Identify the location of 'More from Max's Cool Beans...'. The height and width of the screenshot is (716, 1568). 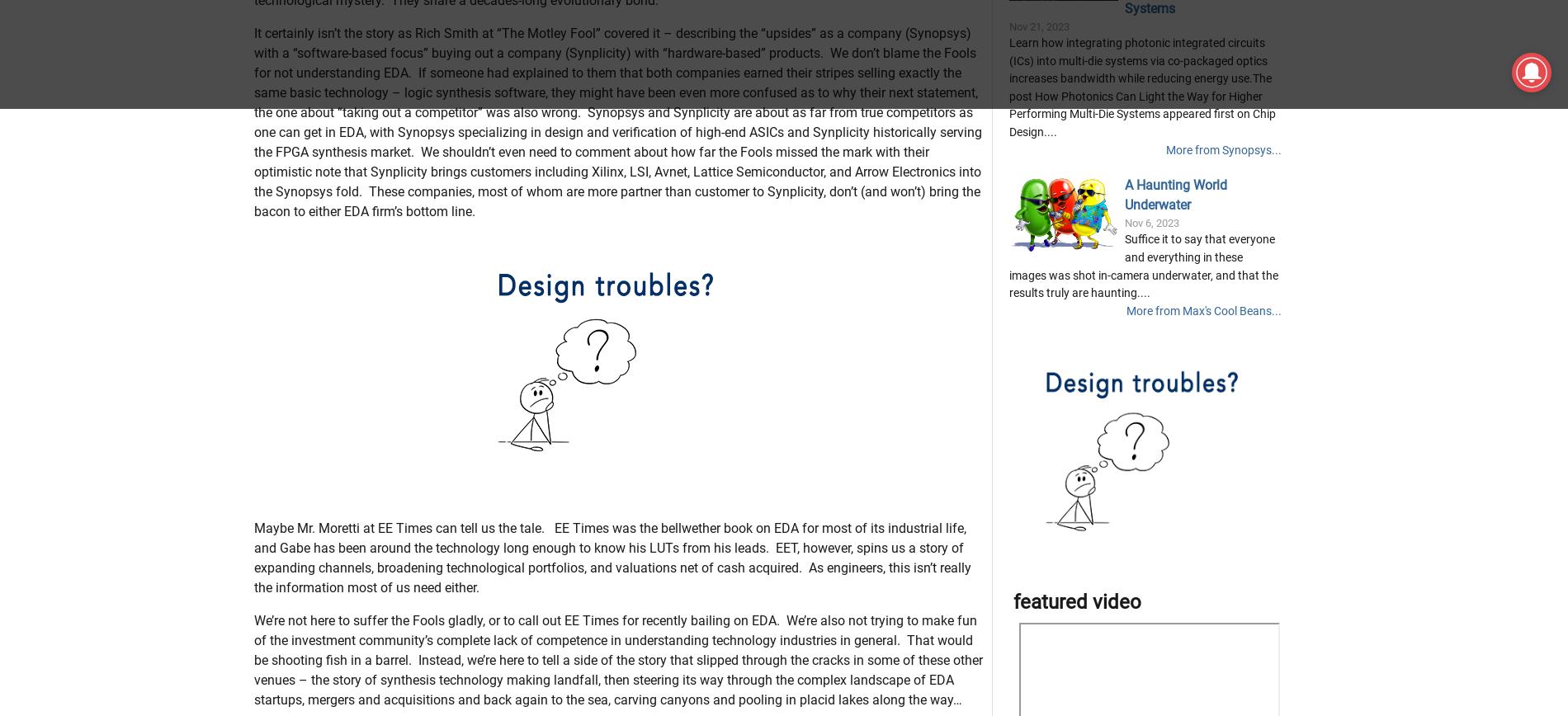
(1203, 392).